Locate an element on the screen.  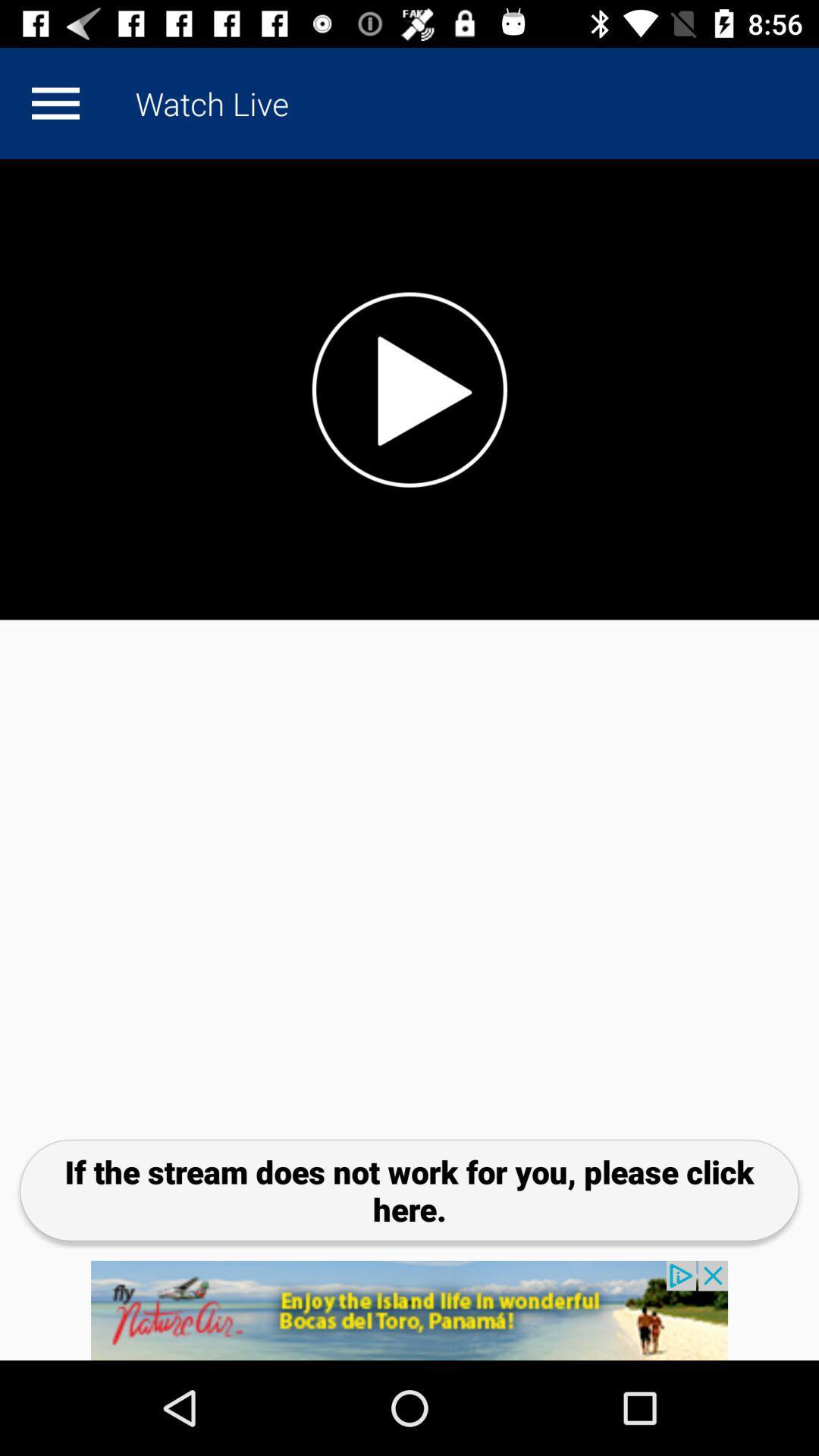
product add is located at coordinates (409, 1310).